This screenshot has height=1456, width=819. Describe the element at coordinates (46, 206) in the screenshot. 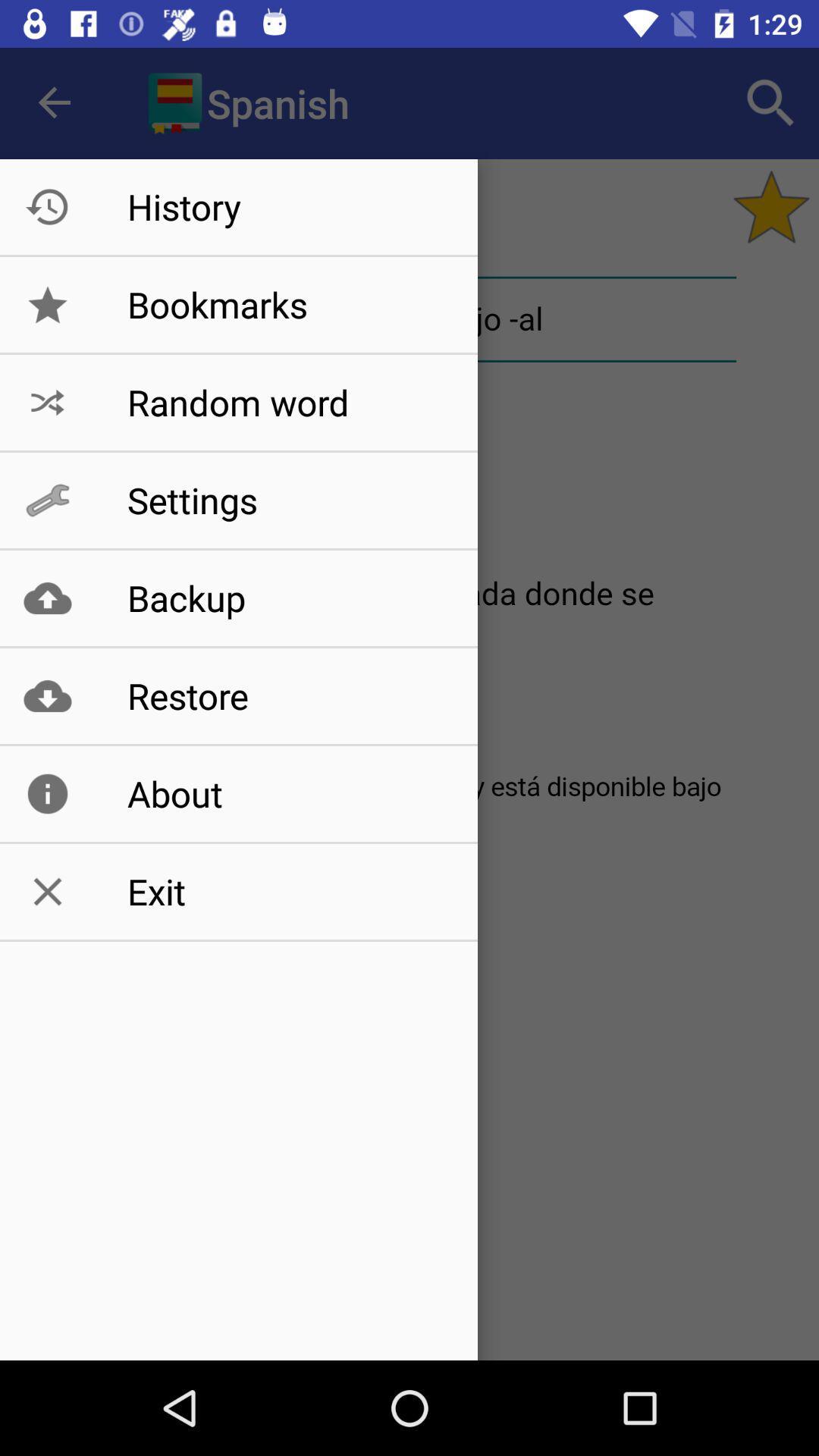

I see `the history icon` at that location.